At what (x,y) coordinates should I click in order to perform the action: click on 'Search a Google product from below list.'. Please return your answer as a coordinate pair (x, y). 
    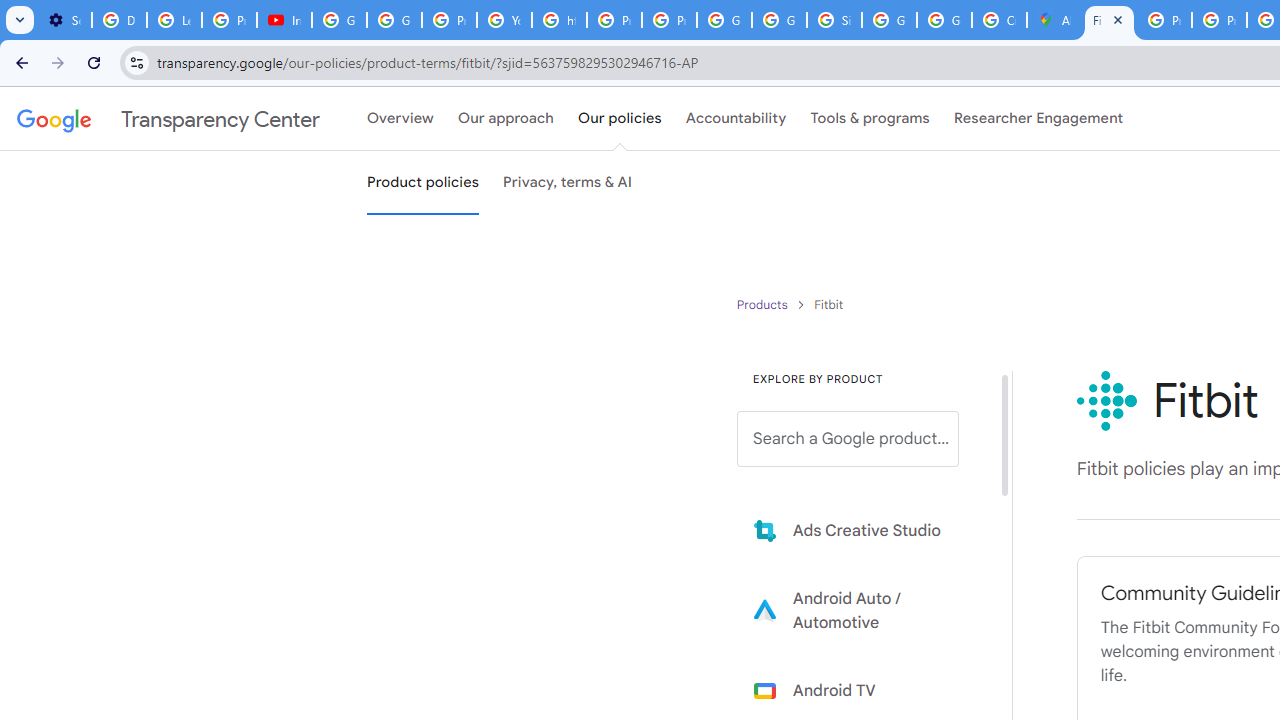
    Looking at the image, I should click on (848, 438).